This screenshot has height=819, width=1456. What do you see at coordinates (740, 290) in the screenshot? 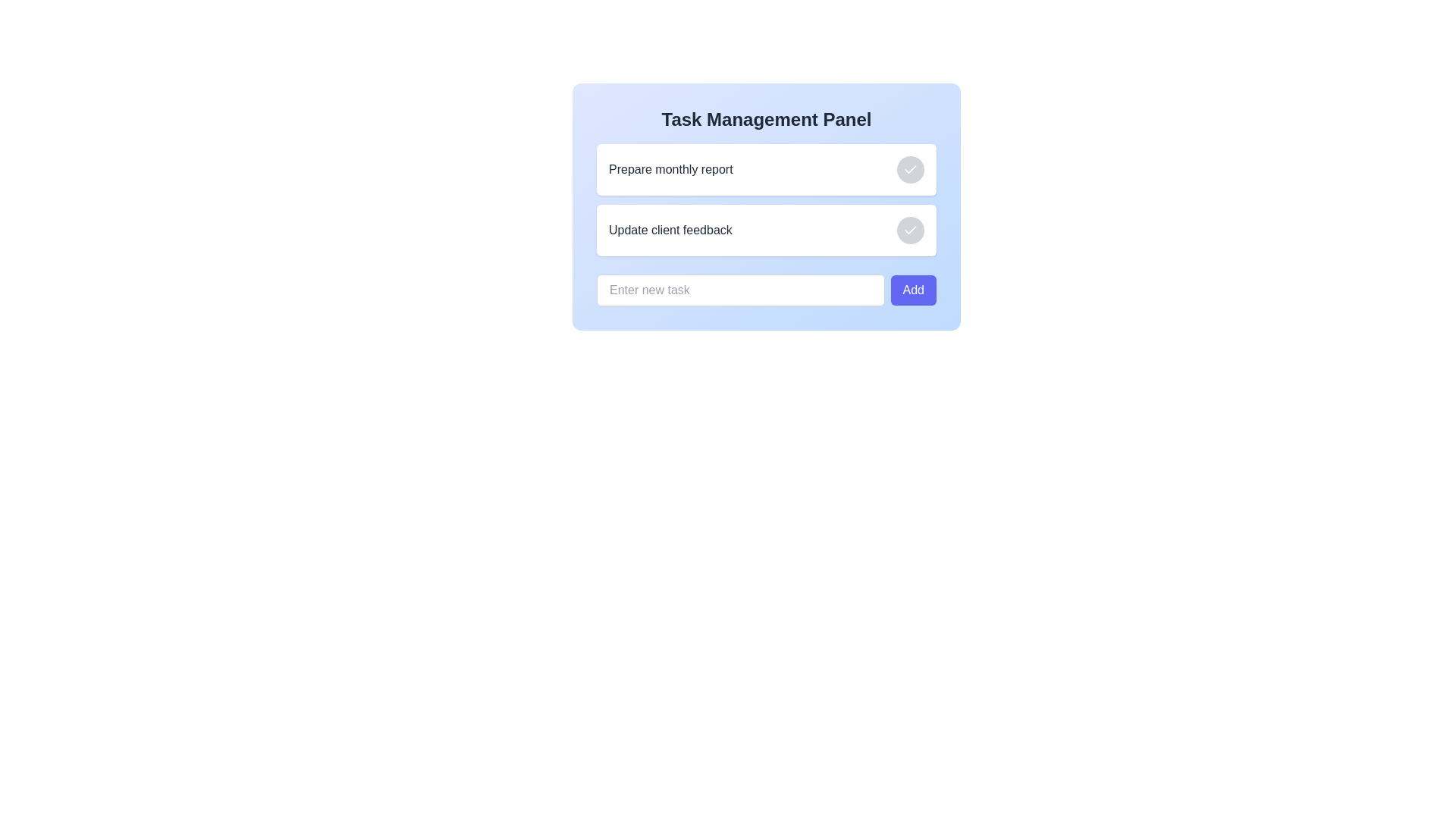
I see `the rectangular input box with a light gray border and placeholder text 'Enter new task' to receive input` at bounding box center [740, 290].